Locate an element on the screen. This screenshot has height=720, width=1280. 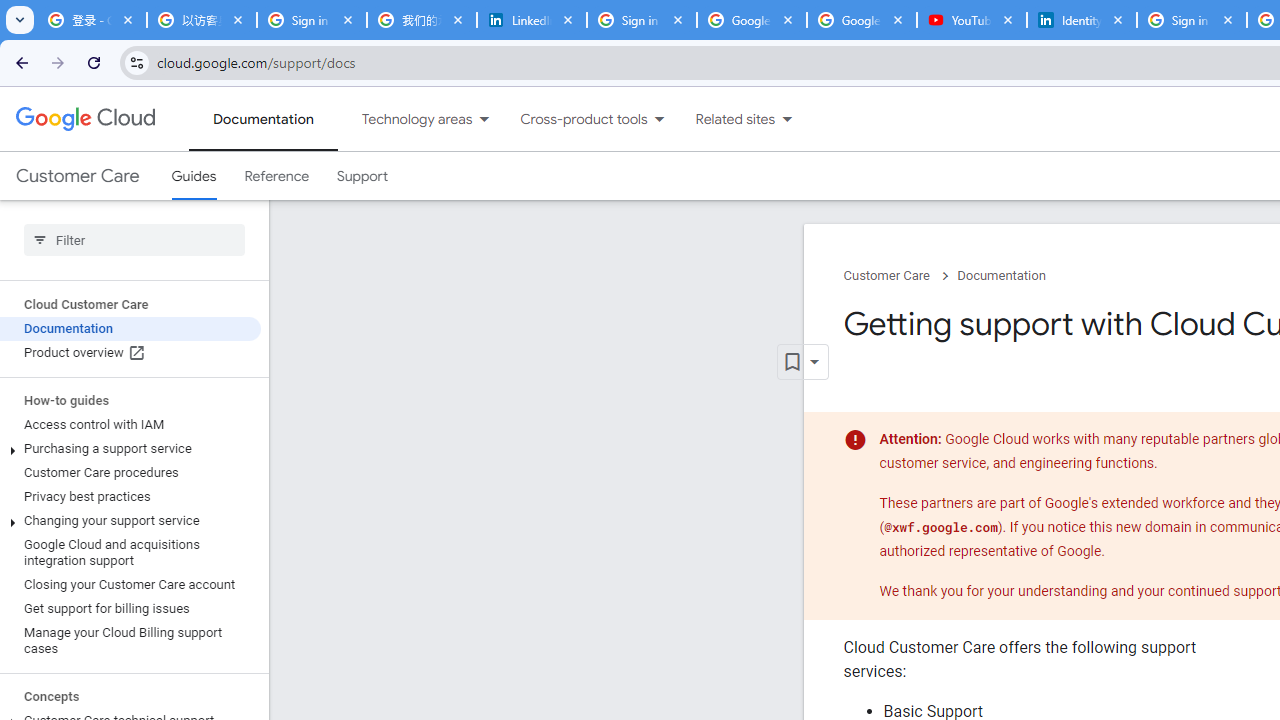
'Type to filter' is located at coordinates (133, 239).